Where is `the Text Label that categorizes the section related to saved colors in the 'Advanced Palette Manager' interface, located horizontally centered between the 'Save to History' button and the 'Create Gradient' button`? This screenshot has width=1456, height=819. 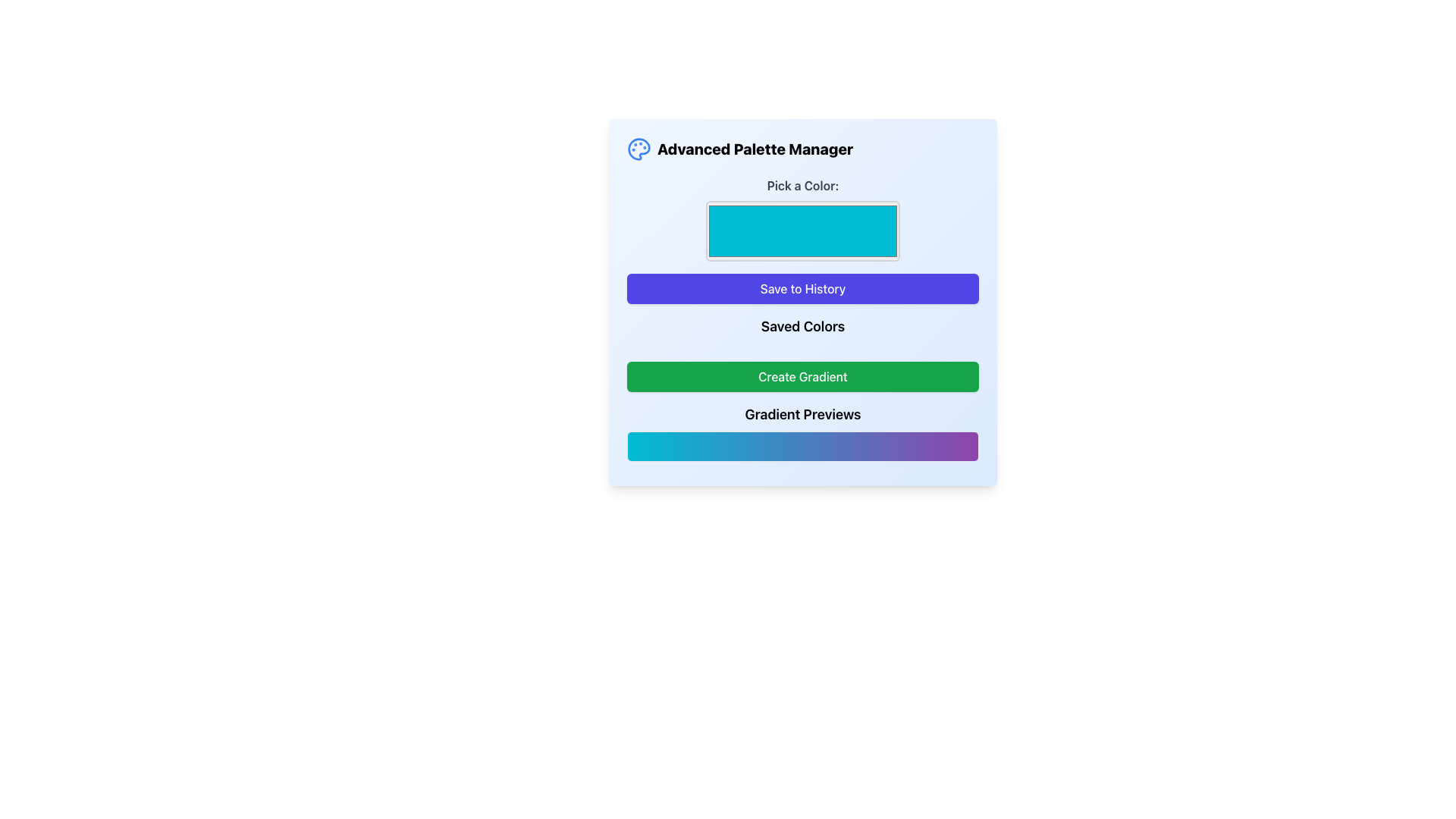 the Text Label that categorizes the section related to saved colors in the 'Advanced Palette Manager' interface, located horizontally centered between the 'Save to History' button and the 'Create Gradient' button is located at coordinates (802, 329).